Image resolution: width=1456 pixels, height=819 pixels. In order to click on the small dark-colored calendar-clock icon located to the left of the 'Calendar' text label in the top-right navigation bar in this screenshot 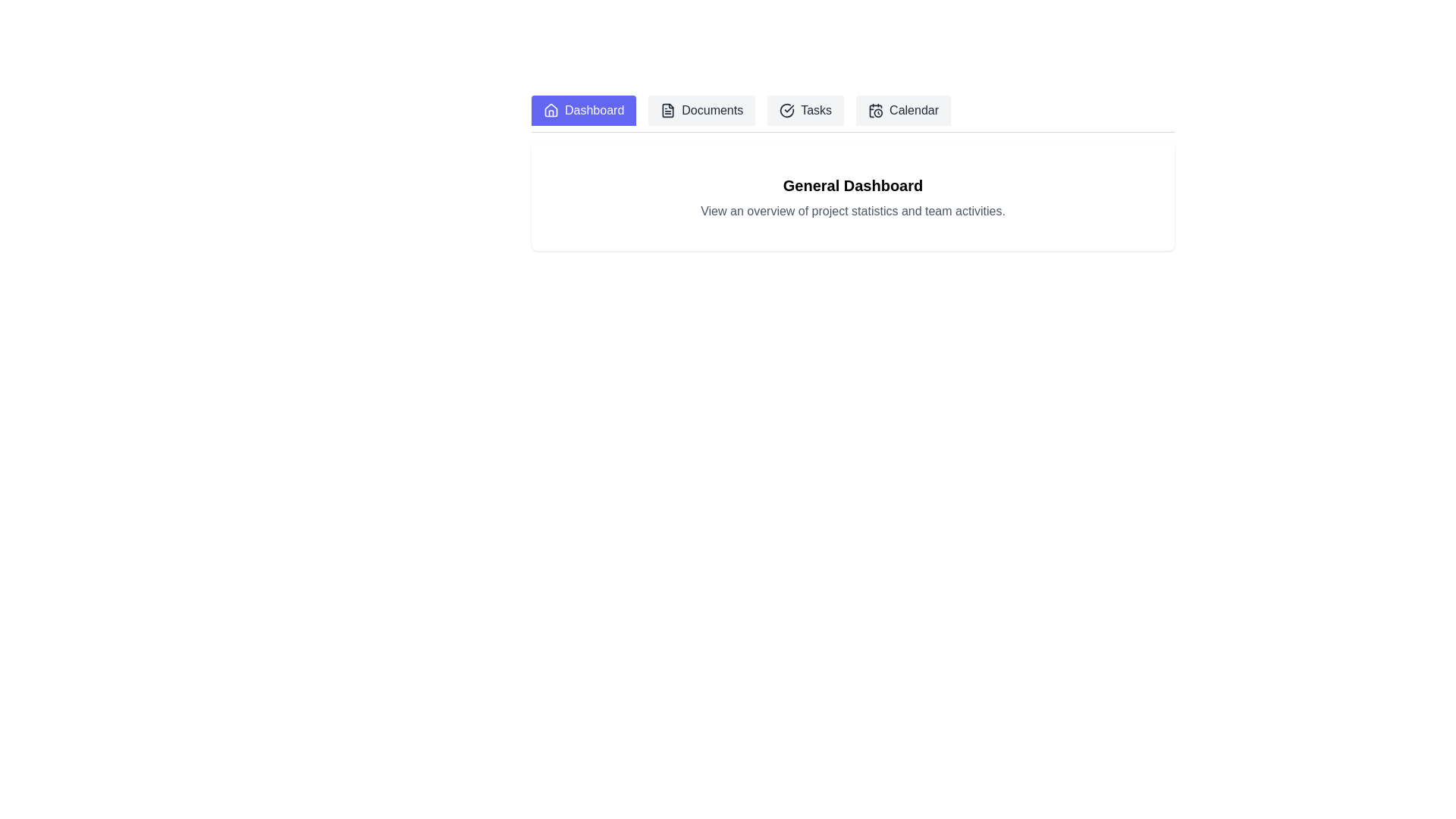, I will do `click(876, 110)`.